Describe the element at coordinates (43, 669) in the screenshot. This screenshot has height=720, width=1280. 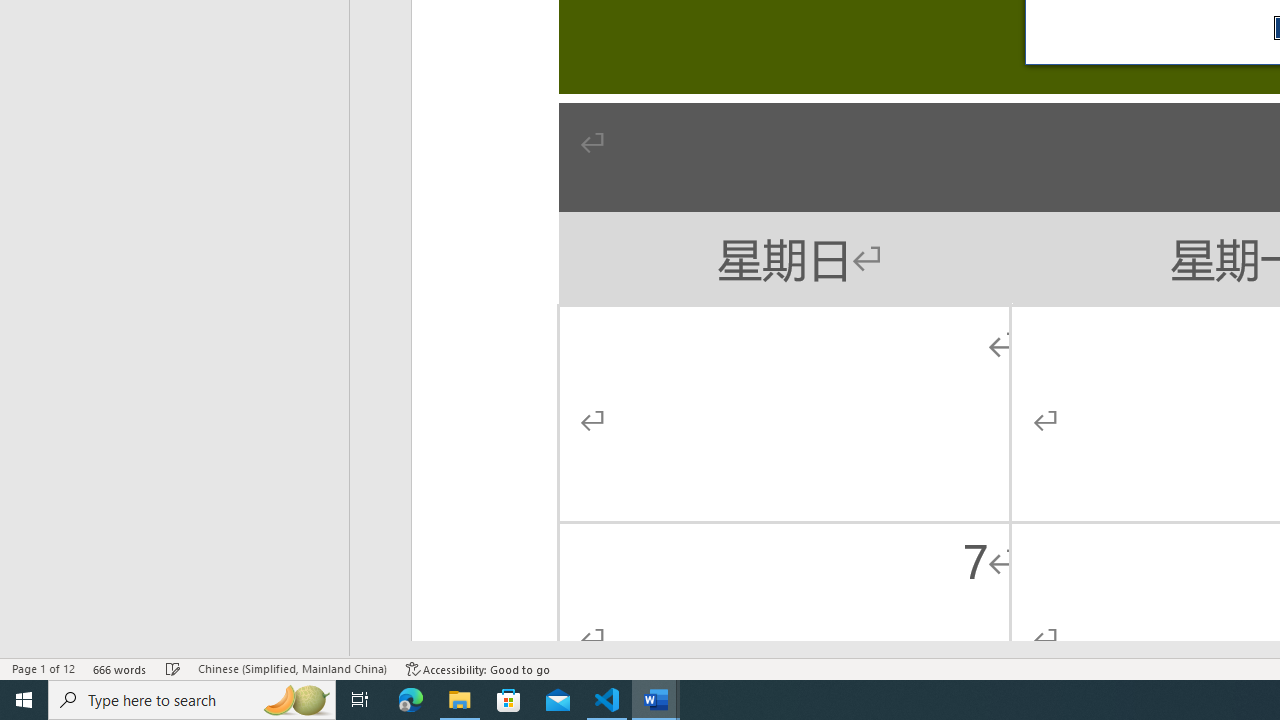
I see `'Page Number Page 1 of 12'` at that location.